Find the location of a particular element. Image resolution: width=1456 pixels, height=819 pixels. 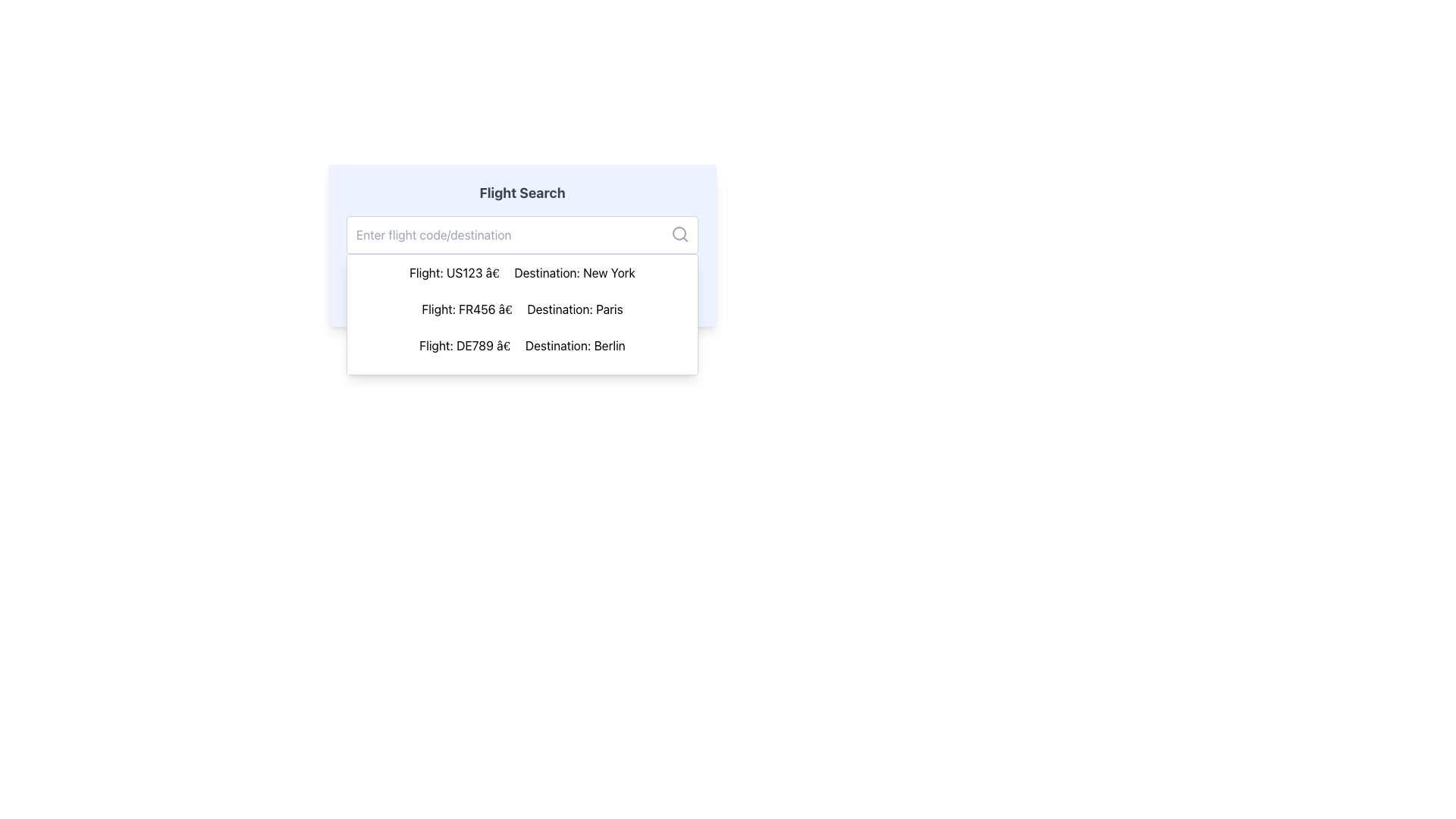

to select the flight entry for flight 'US123' to New York, which is the first item in the dropdown list of flight options is located at coordinates (522, 271).